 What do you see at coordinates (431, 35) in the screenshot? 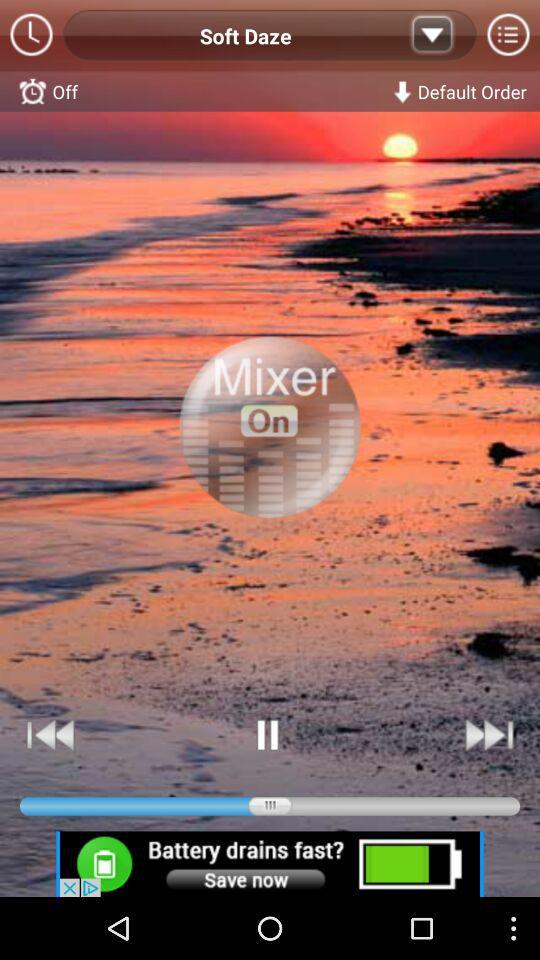
I see `drop down button` at bounding box center [431, 35].